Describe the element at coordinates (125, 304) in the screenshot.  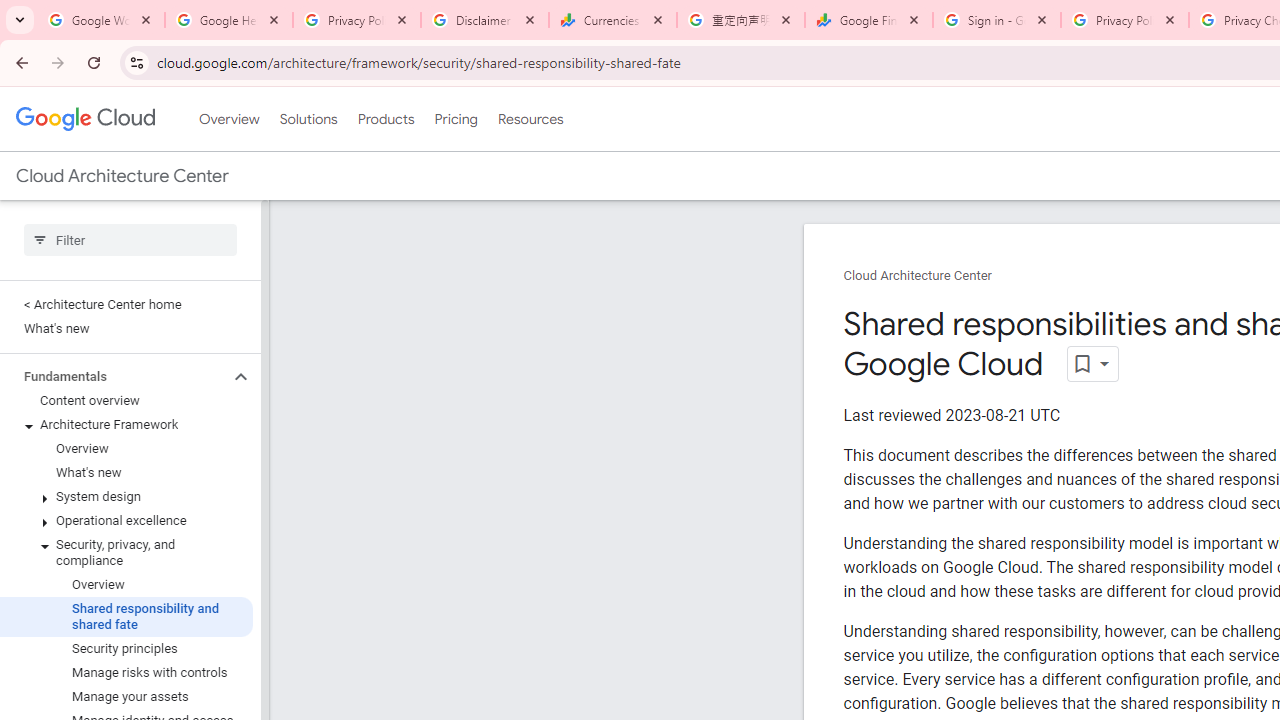
I see `'< Architecture Center home'` at that location.